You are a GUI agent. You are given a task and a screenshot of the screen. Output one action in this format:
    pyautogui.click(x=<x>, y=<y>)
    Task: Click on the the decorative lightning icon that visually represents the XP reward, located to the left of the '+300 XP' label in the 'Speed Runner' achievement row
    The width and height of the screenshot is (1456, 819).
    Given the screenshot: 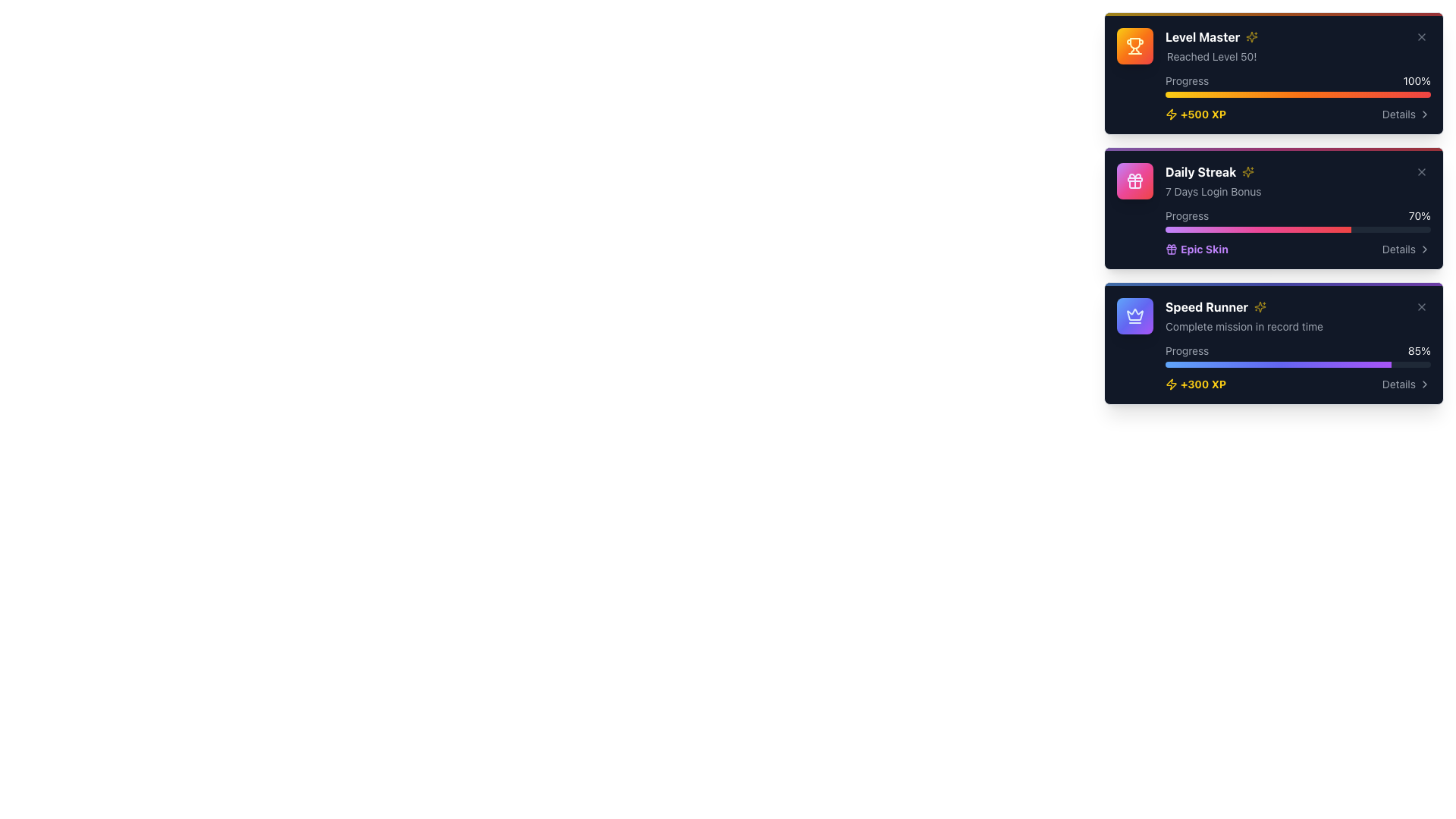 What is the action you would take?
    pyautogui.click(x=1171, y=383)
    